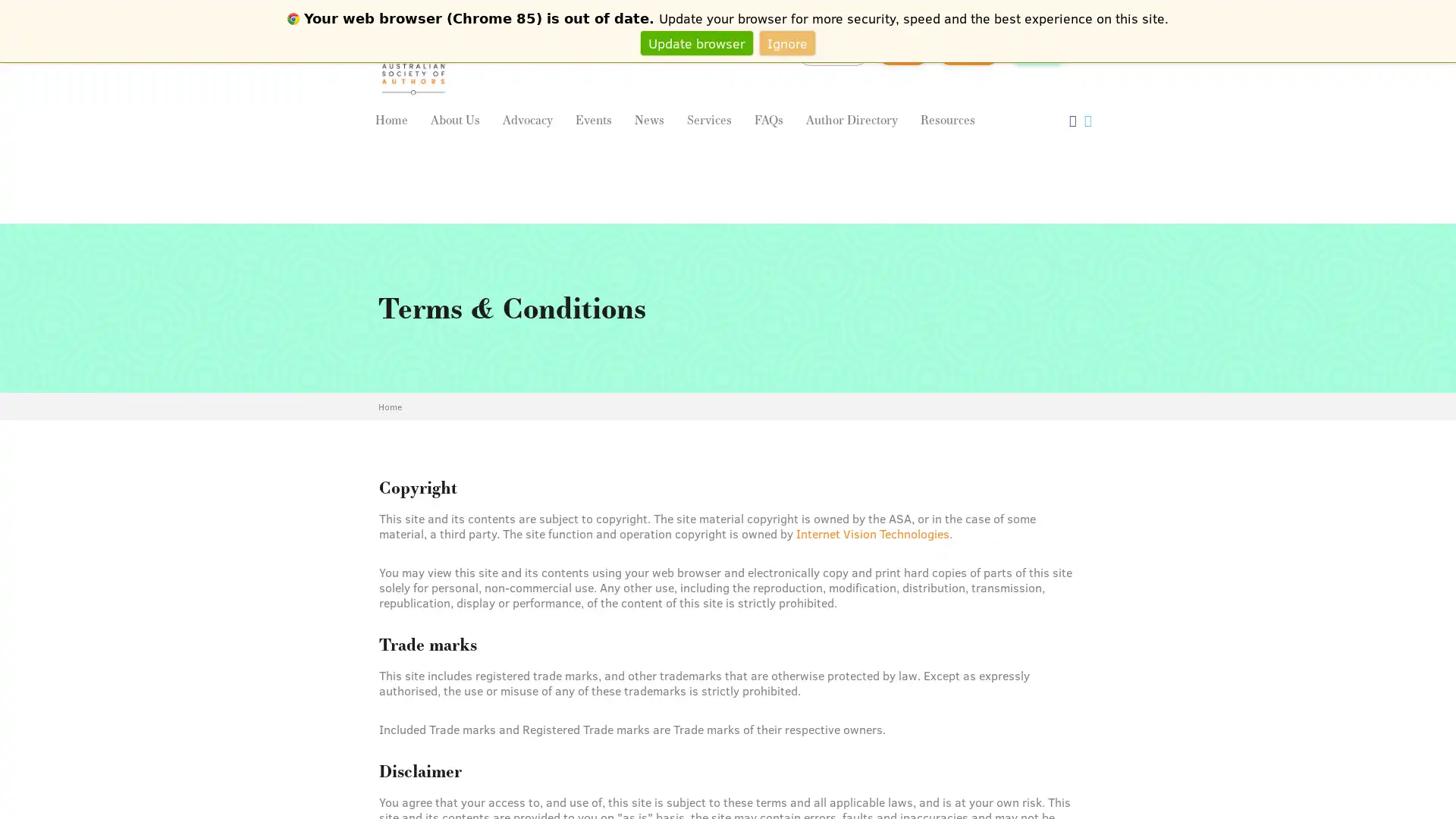 The image size is (1456, 819). I want to click on Ignore, so click(787, 42).